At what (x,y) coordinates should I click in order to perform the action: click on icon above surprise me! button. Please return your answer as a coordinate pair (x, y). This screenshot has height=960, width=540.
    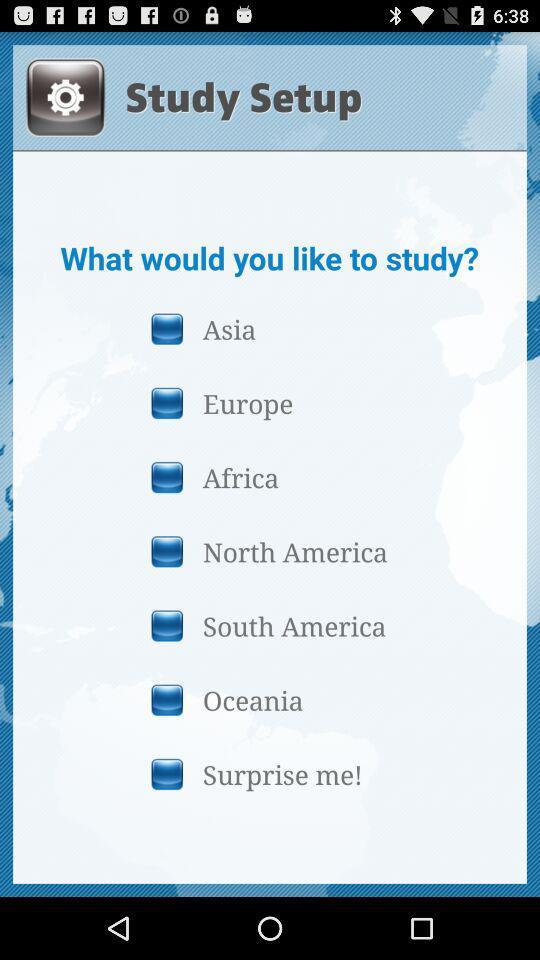
    Looking at the image, I should click on (269, 700).